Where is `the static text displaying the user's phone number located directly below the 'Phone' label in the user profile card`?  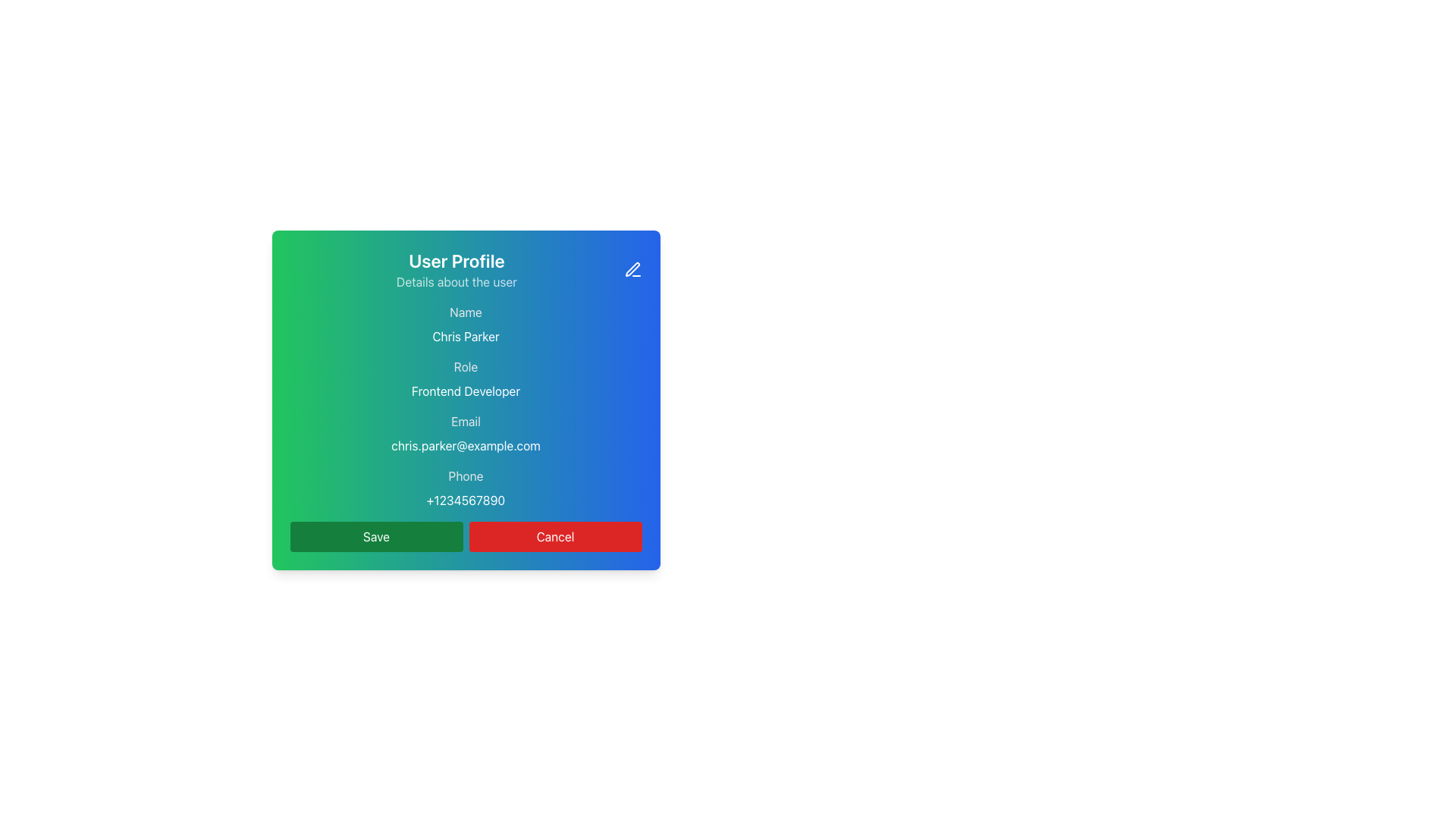
the static text displaying the user's phone number located directly below the 'Phone' label in the user profile card is located at coordinates (465, 500).